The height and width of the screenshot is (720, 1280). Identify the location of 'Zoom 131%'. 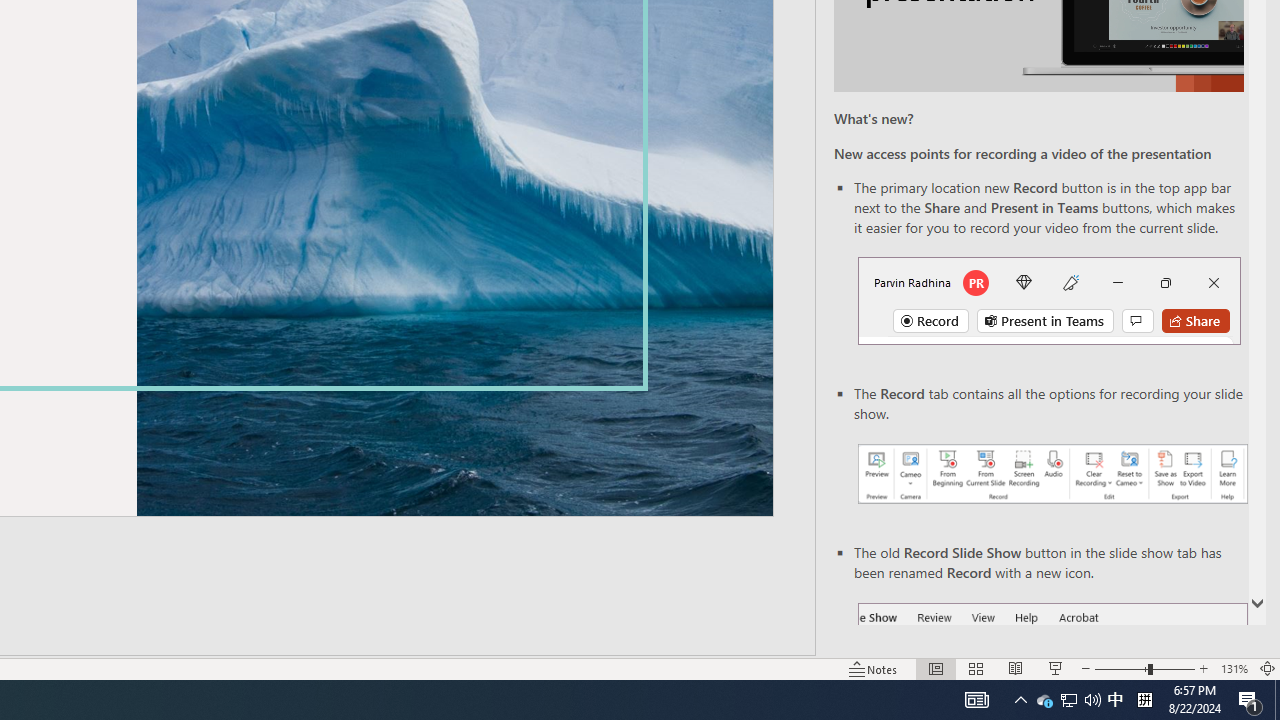
(1233, 669).